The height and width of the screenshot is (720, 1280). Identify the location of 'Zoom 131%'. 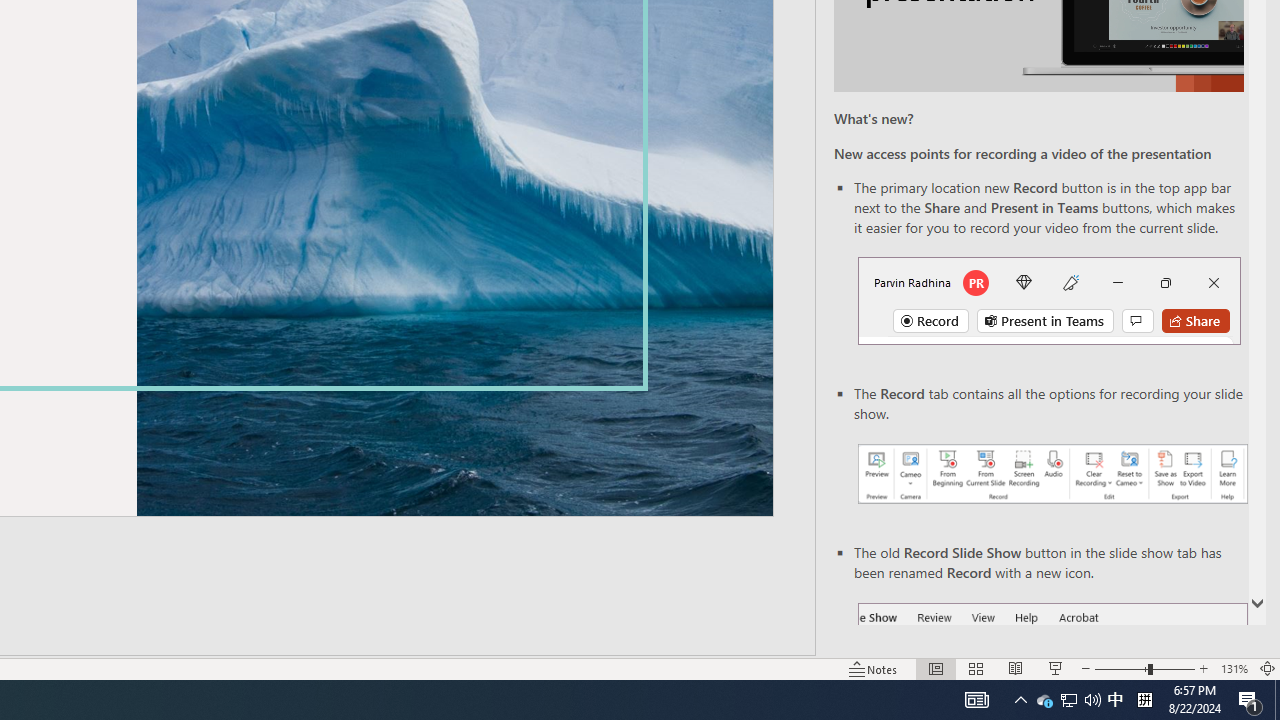
(1233, 669).